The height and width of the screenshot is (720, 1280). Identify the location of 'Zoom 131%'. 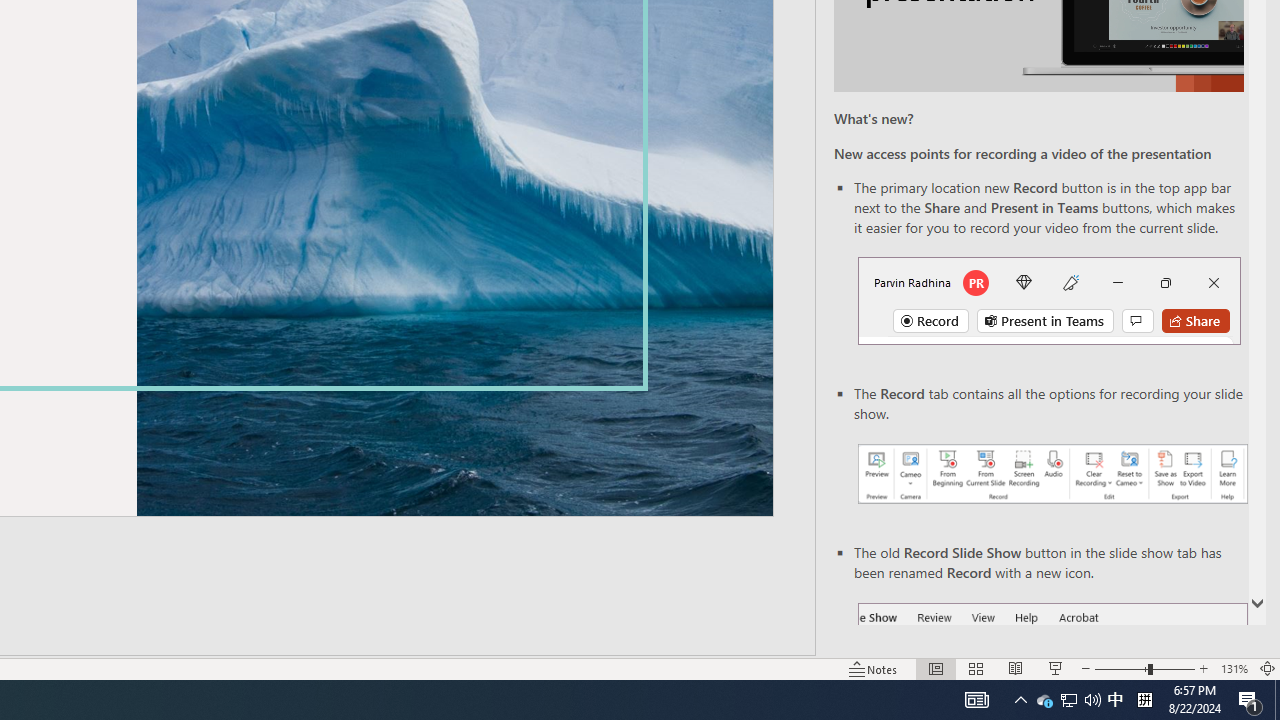
(1233, 669).